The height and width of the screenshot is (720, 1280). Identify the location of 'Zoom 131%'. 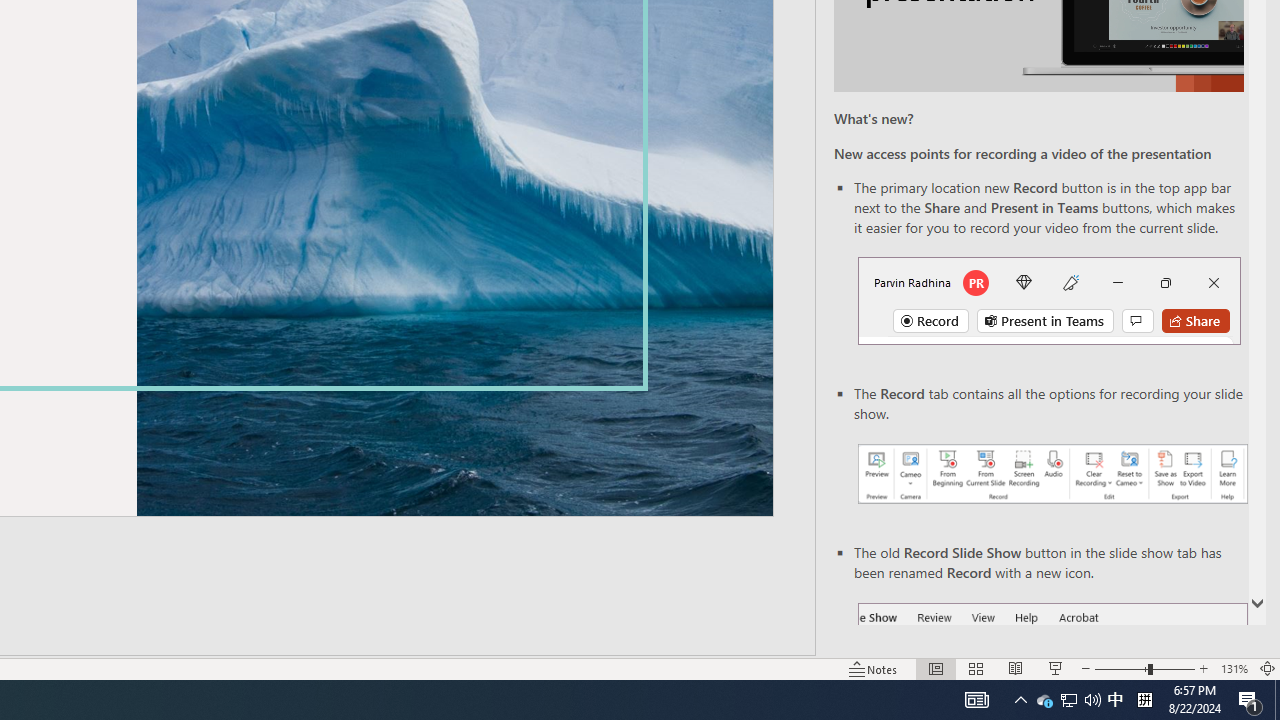
(1233, 669).